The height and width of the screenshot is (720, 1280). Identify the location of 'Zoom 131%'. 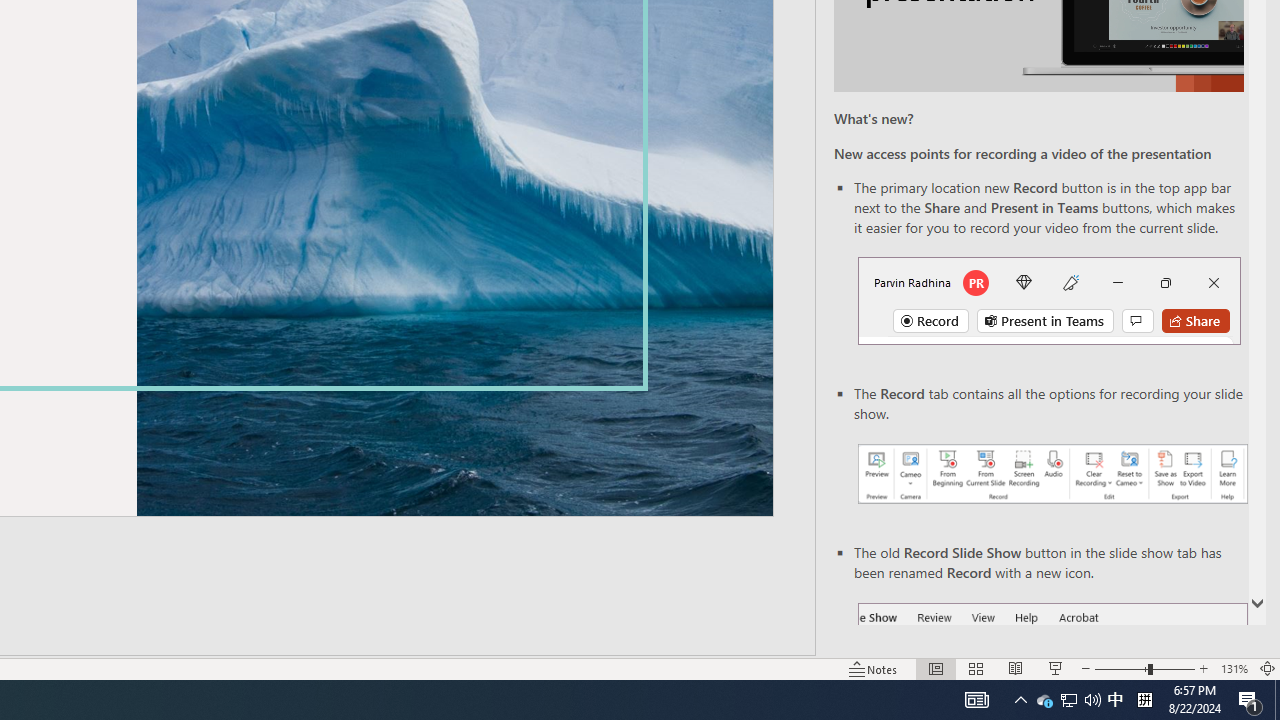
(1233, 669).